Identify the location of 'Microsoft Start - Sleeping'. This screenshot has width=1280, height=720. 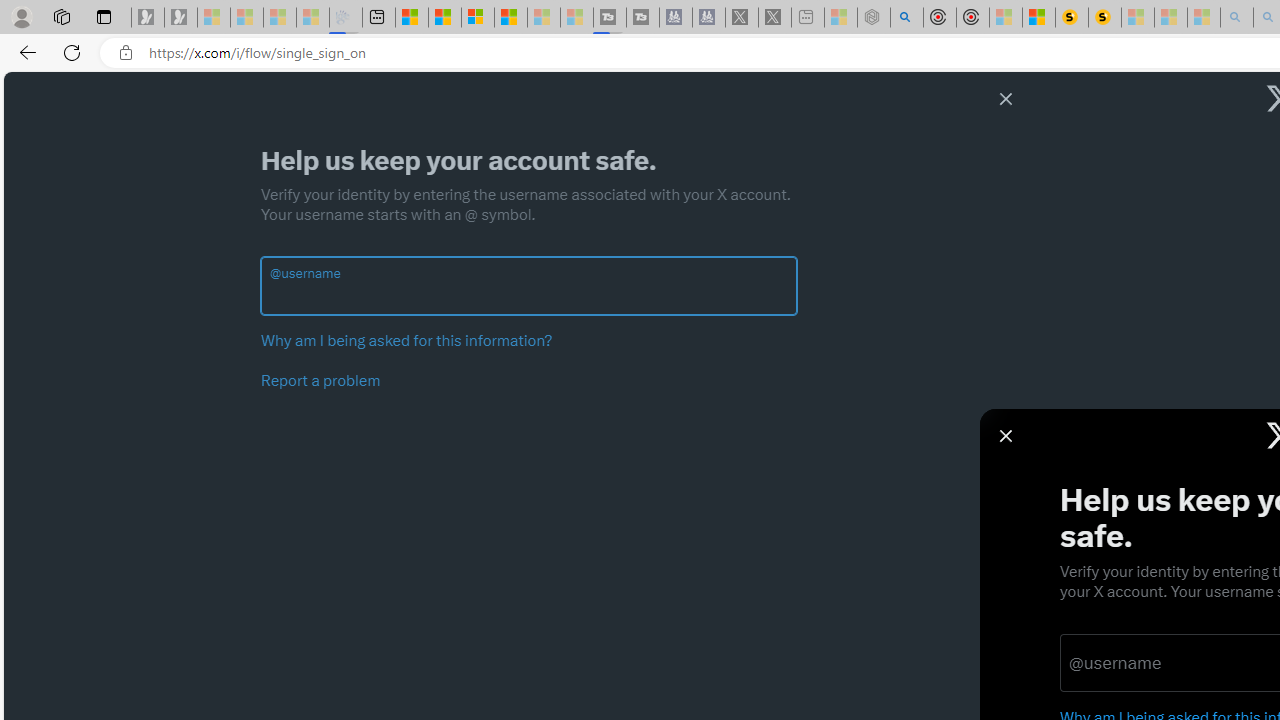
(544, 17).